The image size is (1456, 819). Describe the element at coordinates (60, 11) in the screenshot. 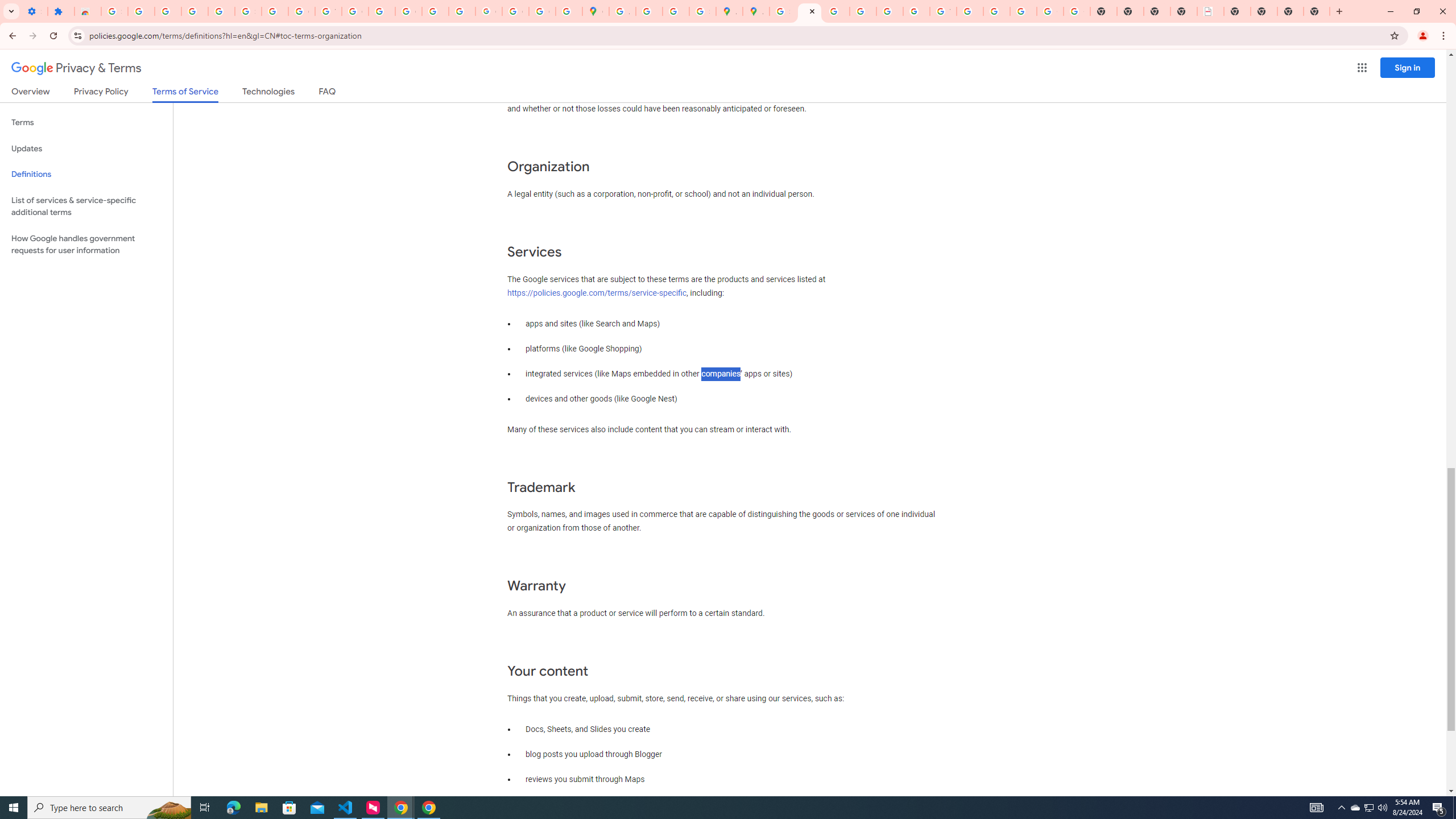

I see `'Extensions'` at that location.